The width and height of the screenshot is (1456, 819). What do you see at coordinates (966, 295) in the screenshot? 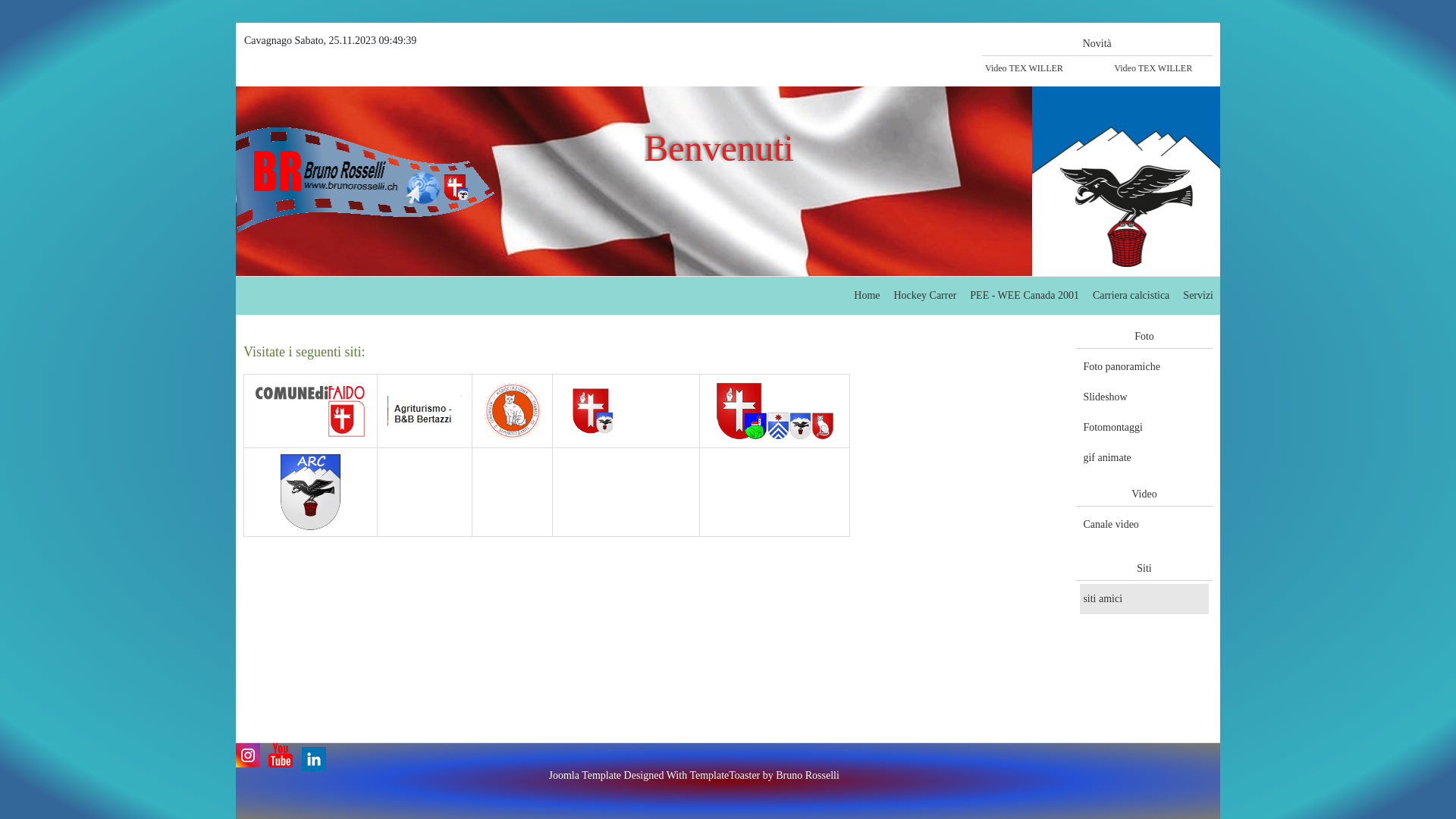
I see `'PEE - WEE Canada 2001'` at bounding box center [966, 295].